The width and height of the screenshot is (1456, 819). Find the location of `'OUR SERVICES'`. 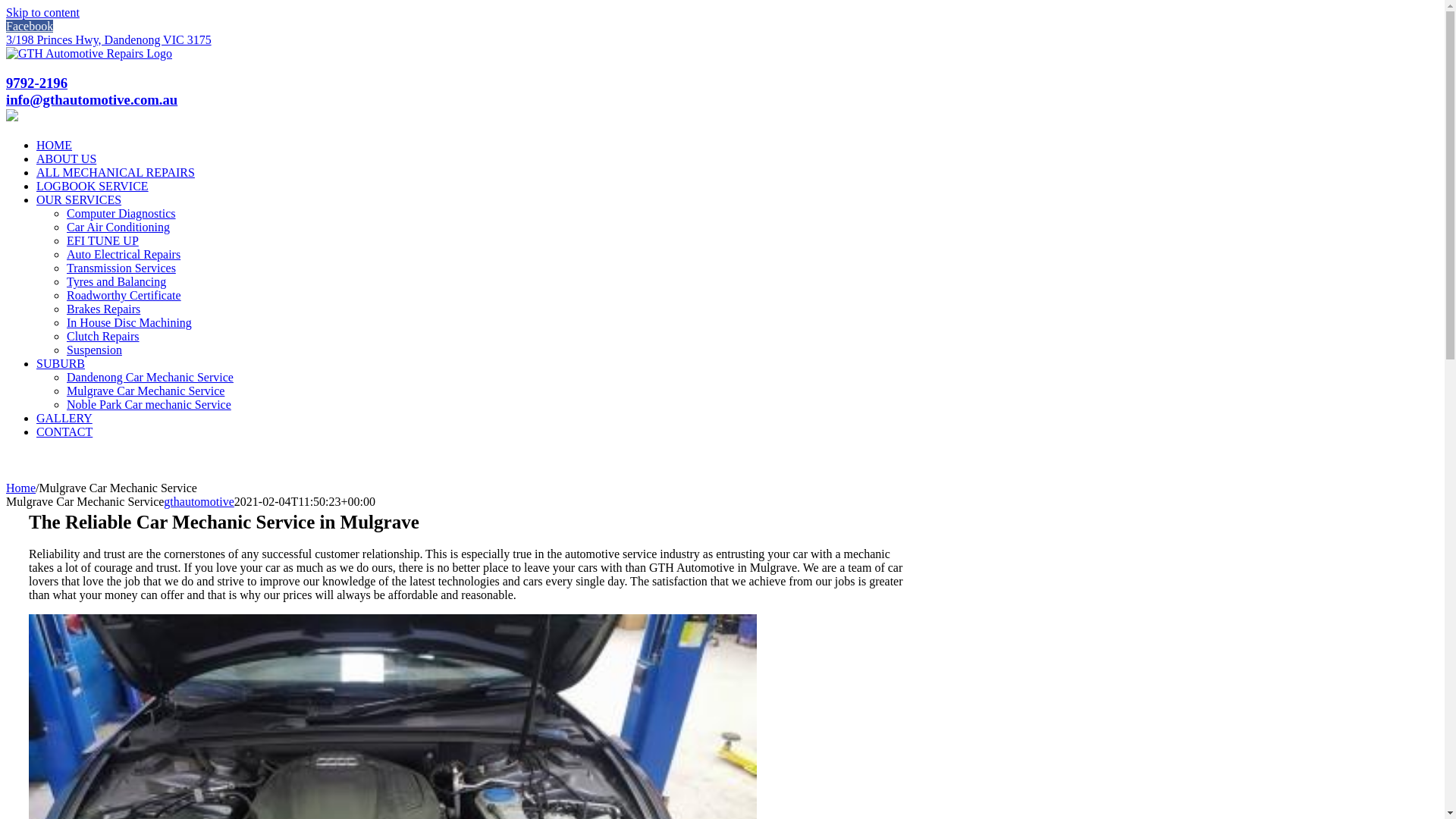

'OUR SERVICES' is located at coordinates (78, 199).